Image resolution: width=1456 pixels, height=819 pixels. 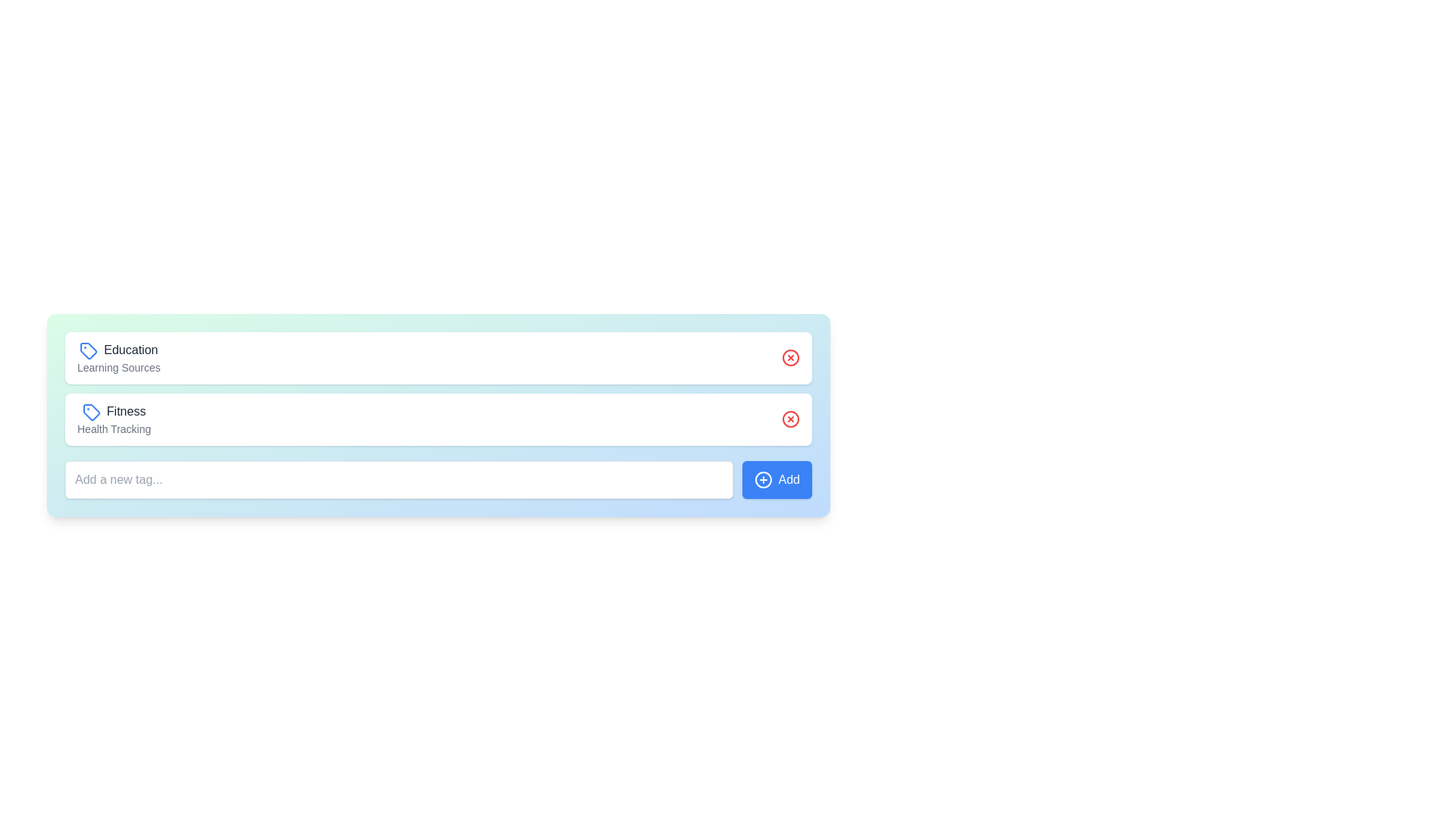 What do you see at coordinates (126, 411) in the screenshot?
I see `the text label displaying 'Fitness', which is located in the second row of the interface section, to the right of the blue tag icon and above the label 'Health Tracking'` at bounding box center [126, 411].